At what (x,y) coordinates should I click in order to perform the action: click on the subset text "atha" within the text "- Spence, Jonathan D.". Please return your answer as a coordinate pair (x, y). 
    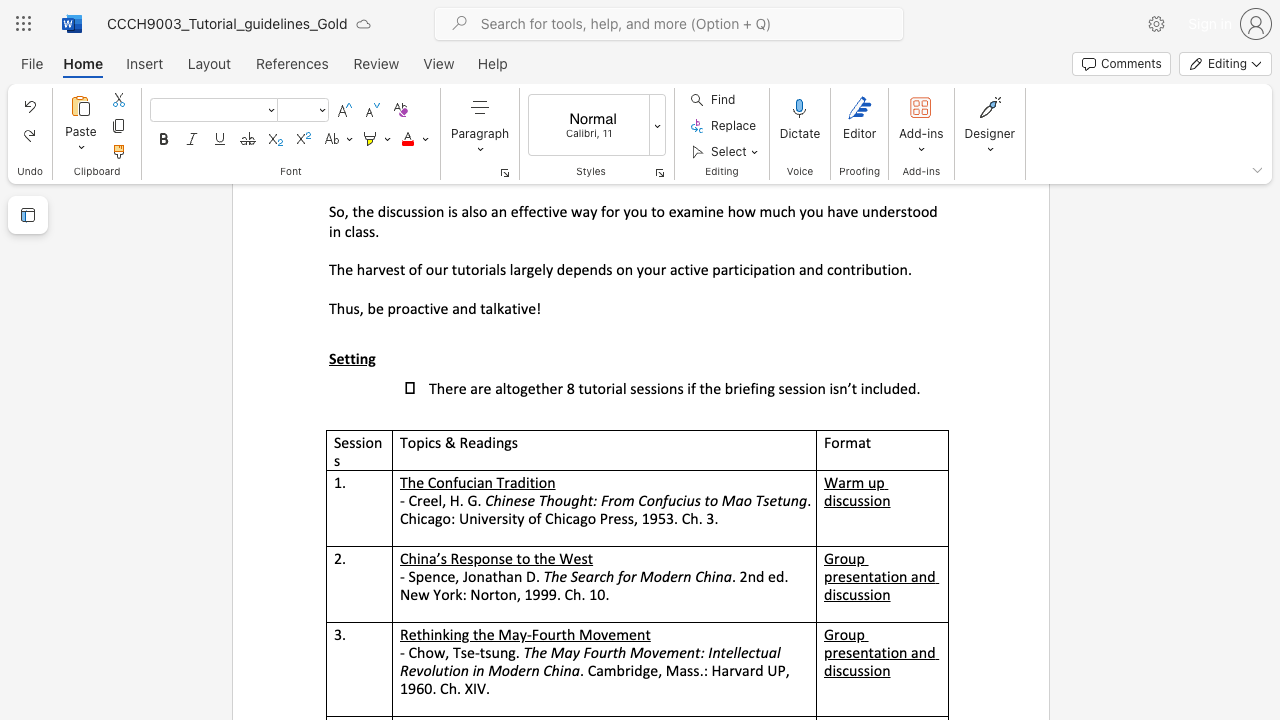
    Looking at the image, I should click on (484, 576).